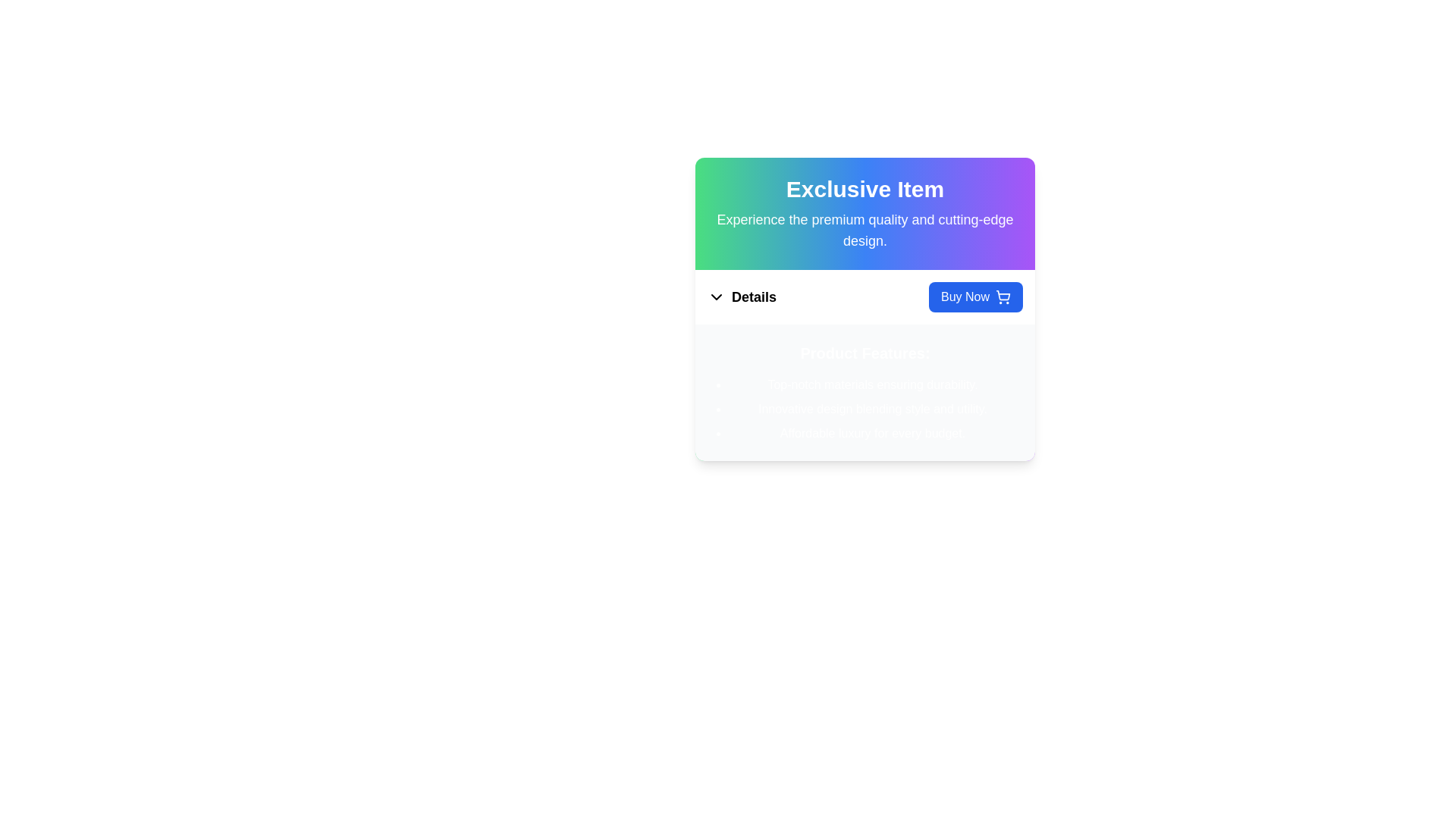 The width and height of the screenshot is (1456, 819). Describe the element at coordinates (873, 384) in the screenshot. I see `the first bullet point in the product features list that describes the durability and quality of the materials` at that location.